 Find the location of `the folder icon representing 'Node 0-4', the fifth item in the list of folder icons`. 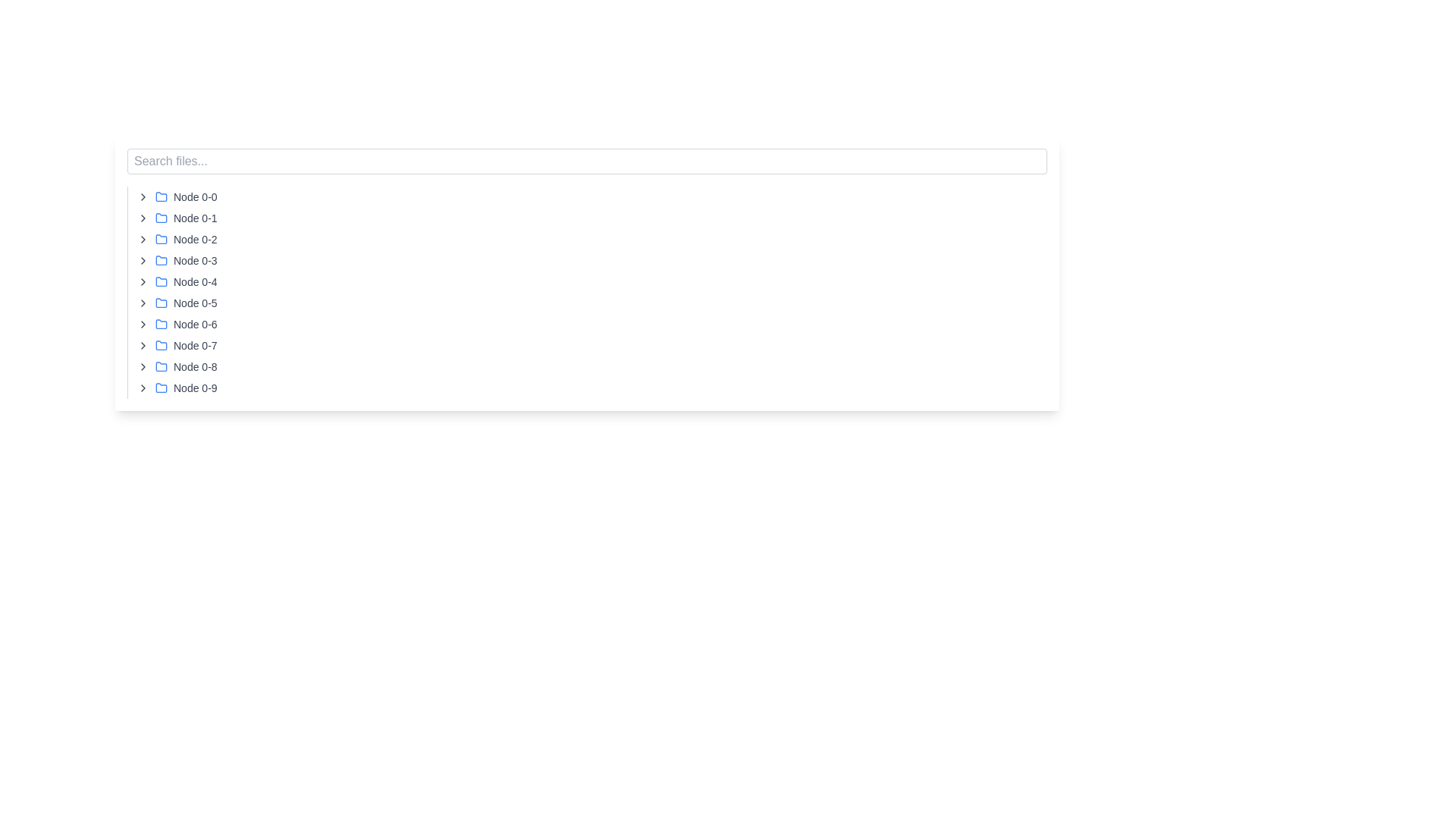

the folder icon representing 'Node 0-4', the fifth item in the list of folder icons is located at coordinates (161, 281).